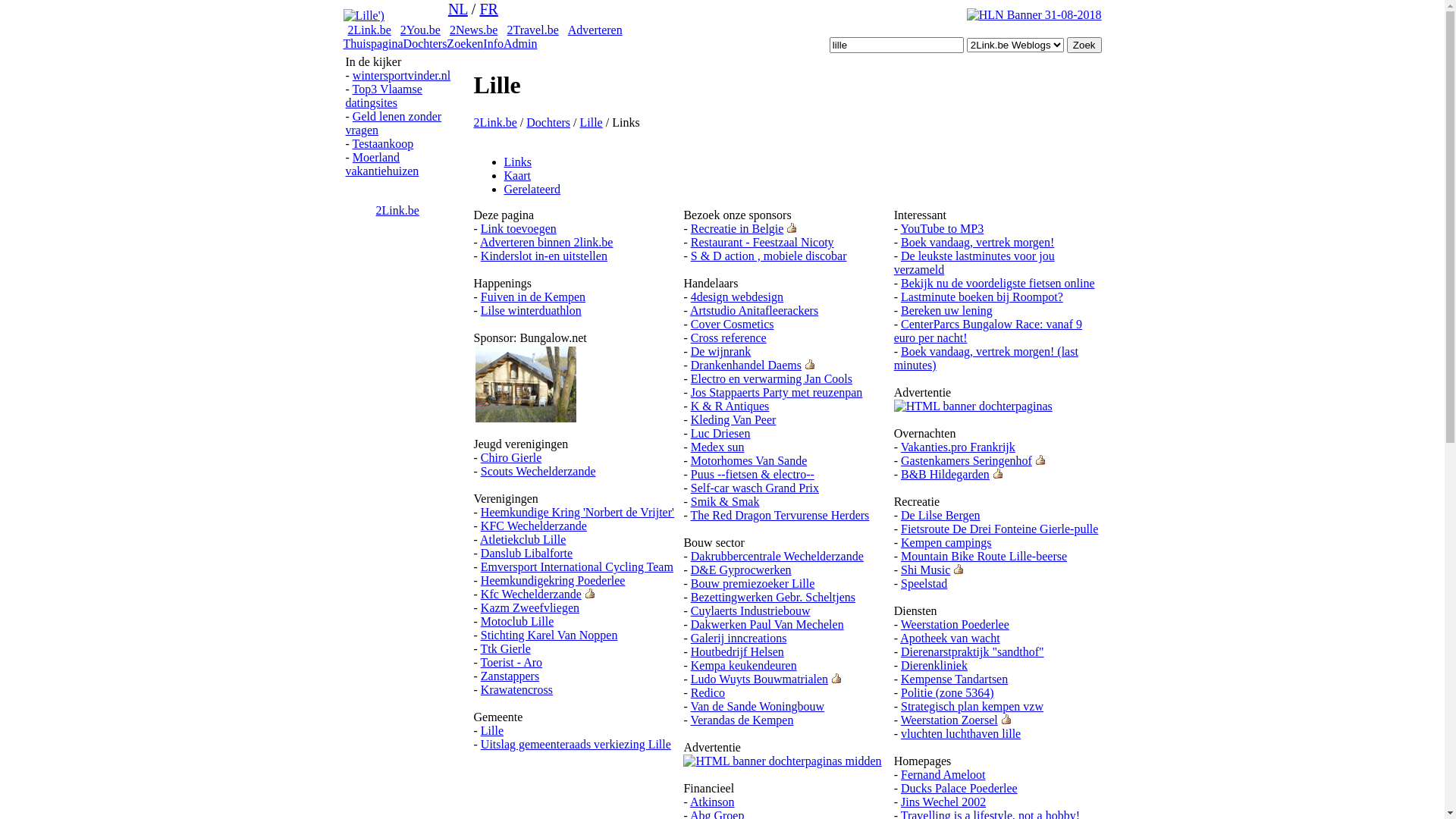 This screenshot has height=819, width=1456. Describe the element at coordinates (479, 241) in the screenshot. I see `'Adverteren binnen 2link.be'` at that location.